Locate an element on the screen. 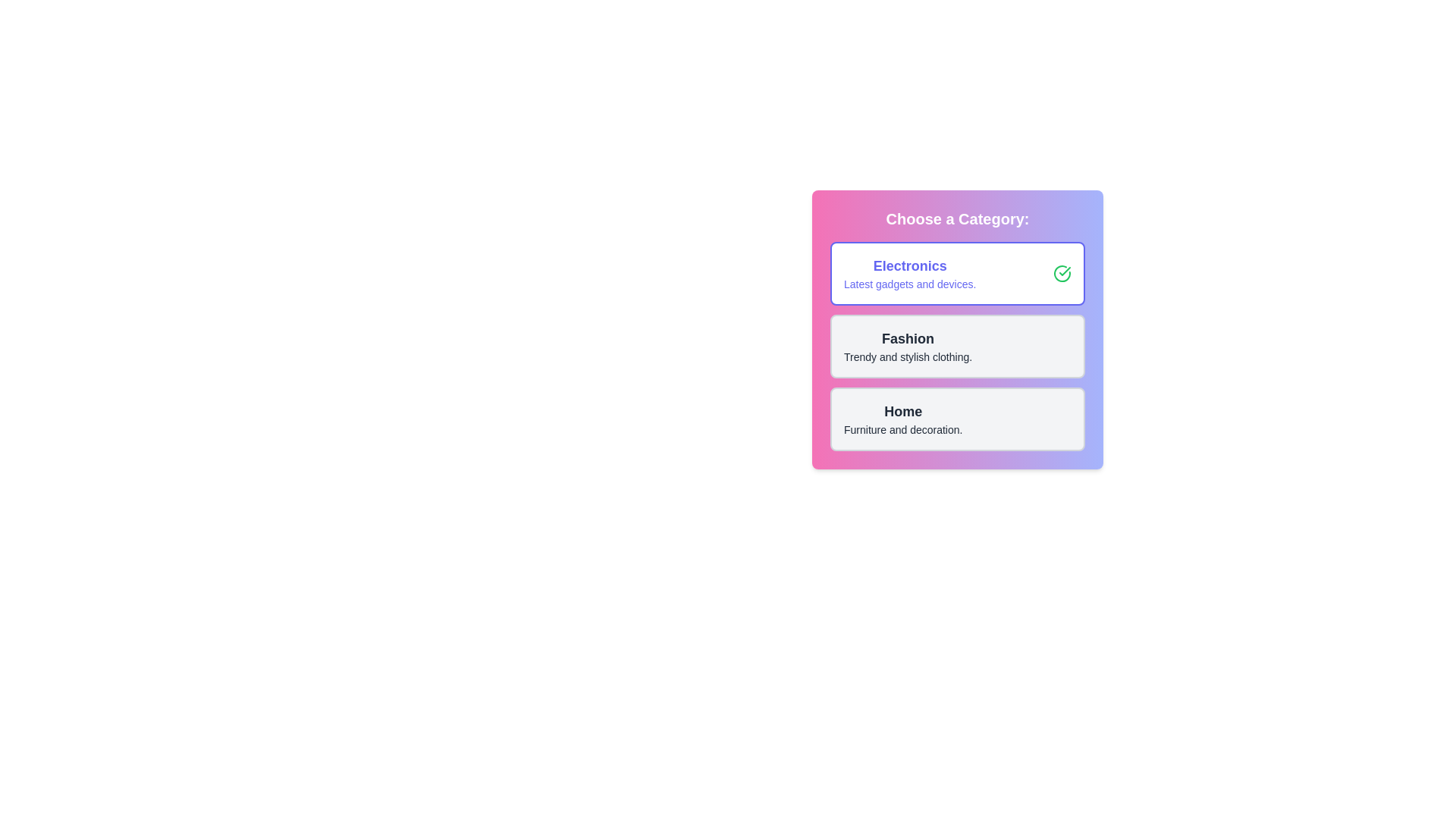 The width and height of the screenshot is (1456, 819). the Content Box labeled 'Home', which has a bolded title and smaller description is located at coordinates (956, 419).